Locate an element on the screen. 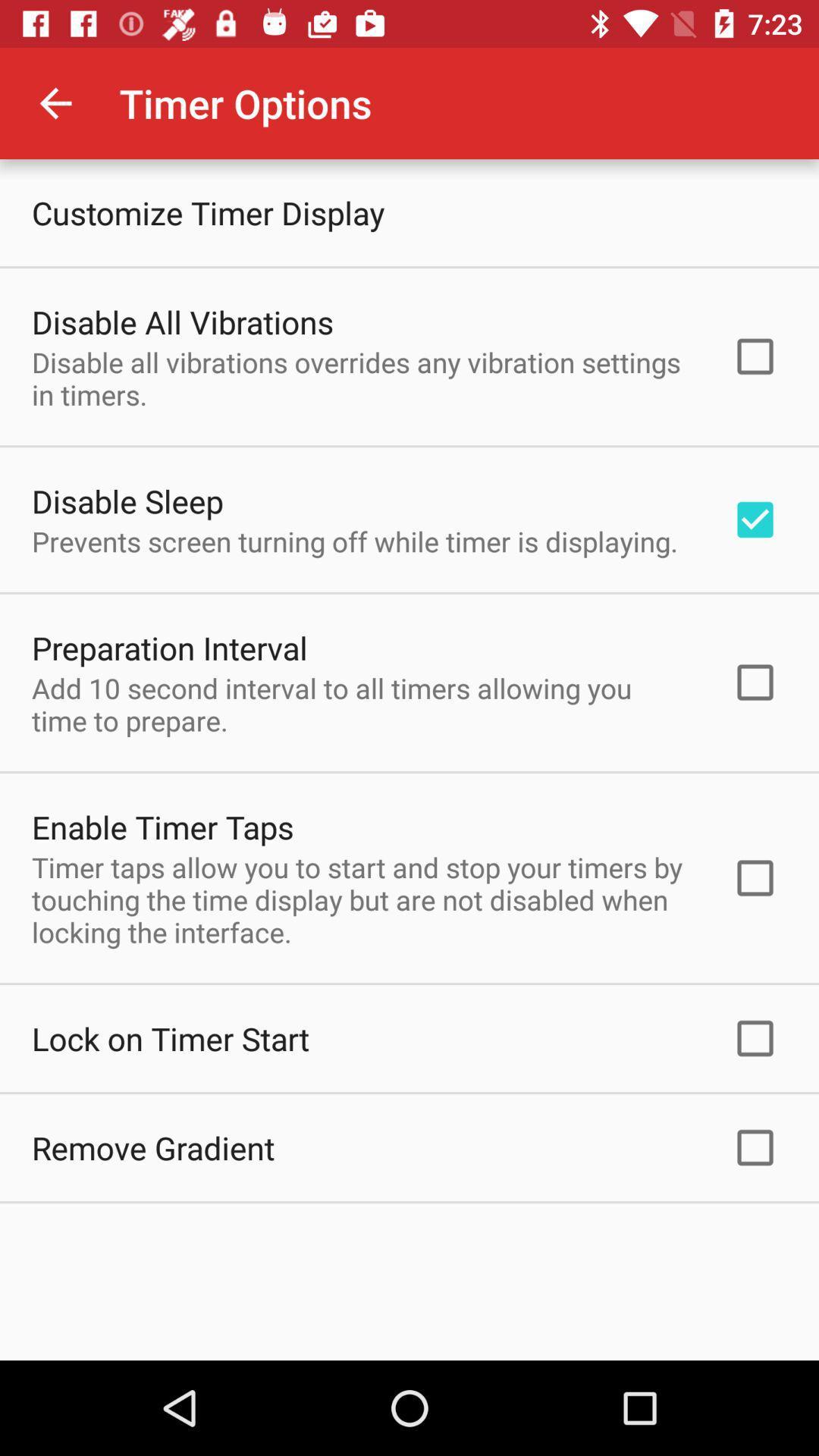 This screenshot has width=819, height=1456. icon below the disable sleep icon is located at coordinates (354, 541).